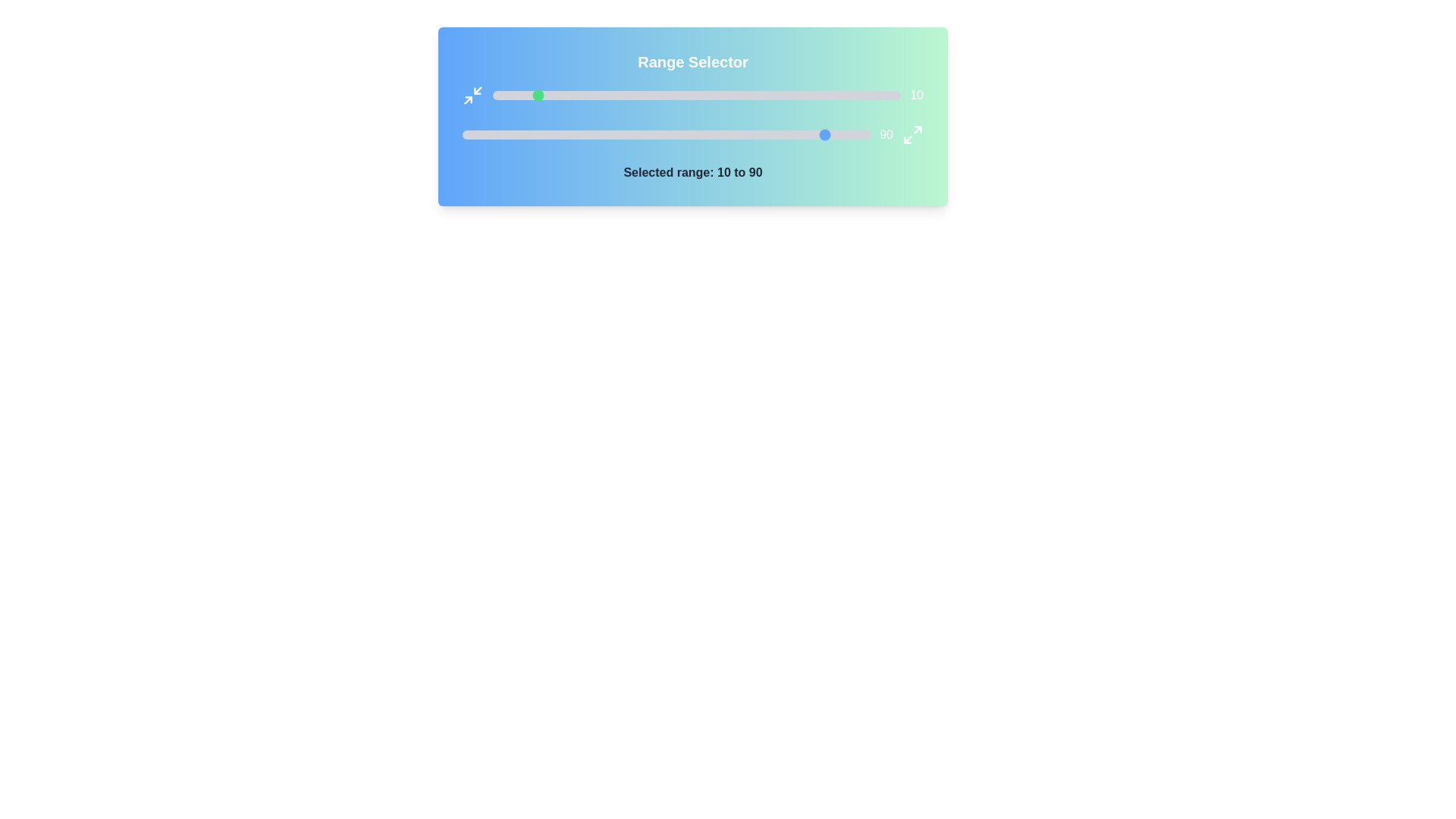 The image size is (1456, 819). What do you see at coordinates (692, 133) in the screenshot?
I see `the range input slider with a blue gradient handle positioned towards the right side, next to the bold white '90' label, to directly set the value` at bounding box center [692, 133].